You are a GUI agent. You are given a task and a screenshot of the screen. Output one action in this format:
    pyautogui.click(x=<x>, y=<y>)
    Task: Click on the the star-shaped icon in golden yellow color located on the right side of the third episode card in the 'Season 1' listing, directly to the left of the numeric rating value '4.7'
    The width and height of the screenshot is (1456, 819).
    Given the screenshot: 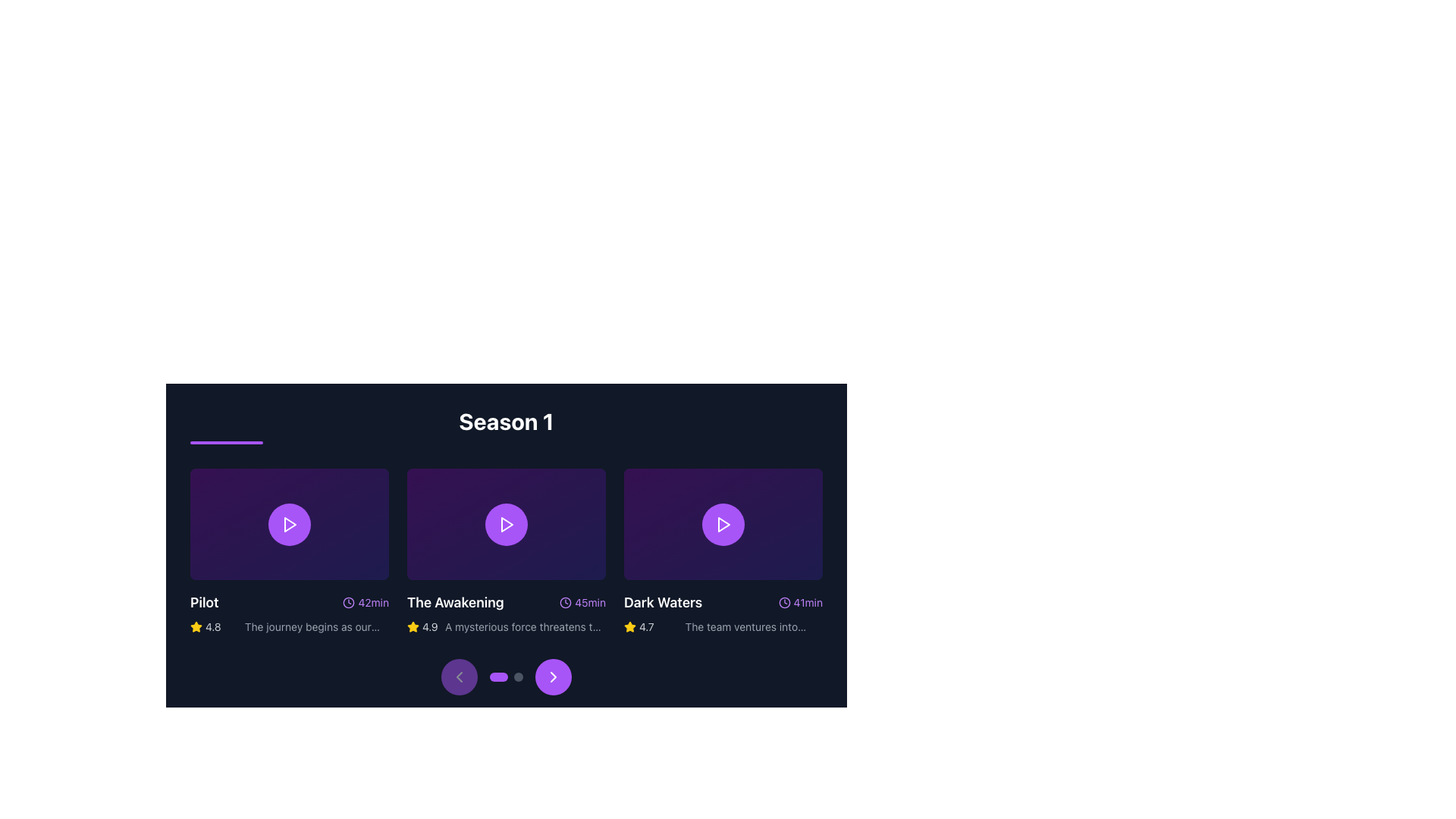 What is the action you would take?
    pyautogui.click(x=629, y=626)
    